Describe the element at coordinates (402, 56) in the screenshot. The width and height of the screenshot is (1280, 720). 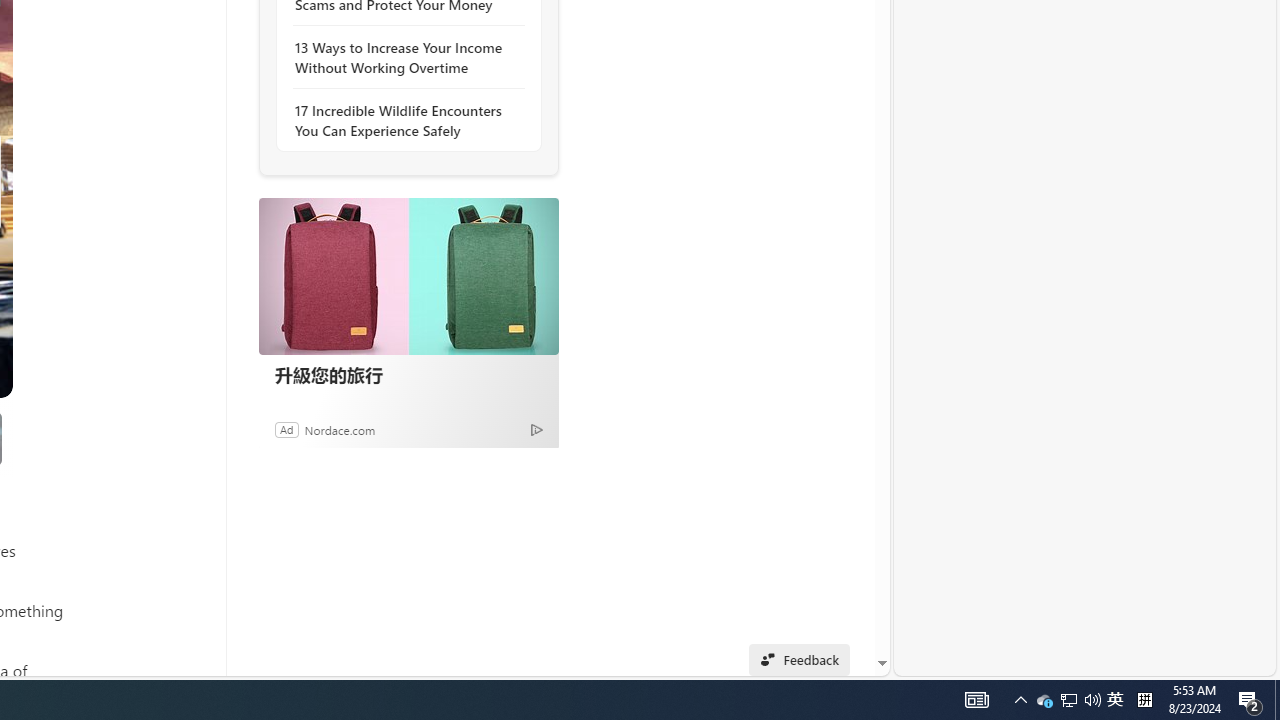
I see `'13 Ways to Increase Your Income Without Working Overtime'` at that location.